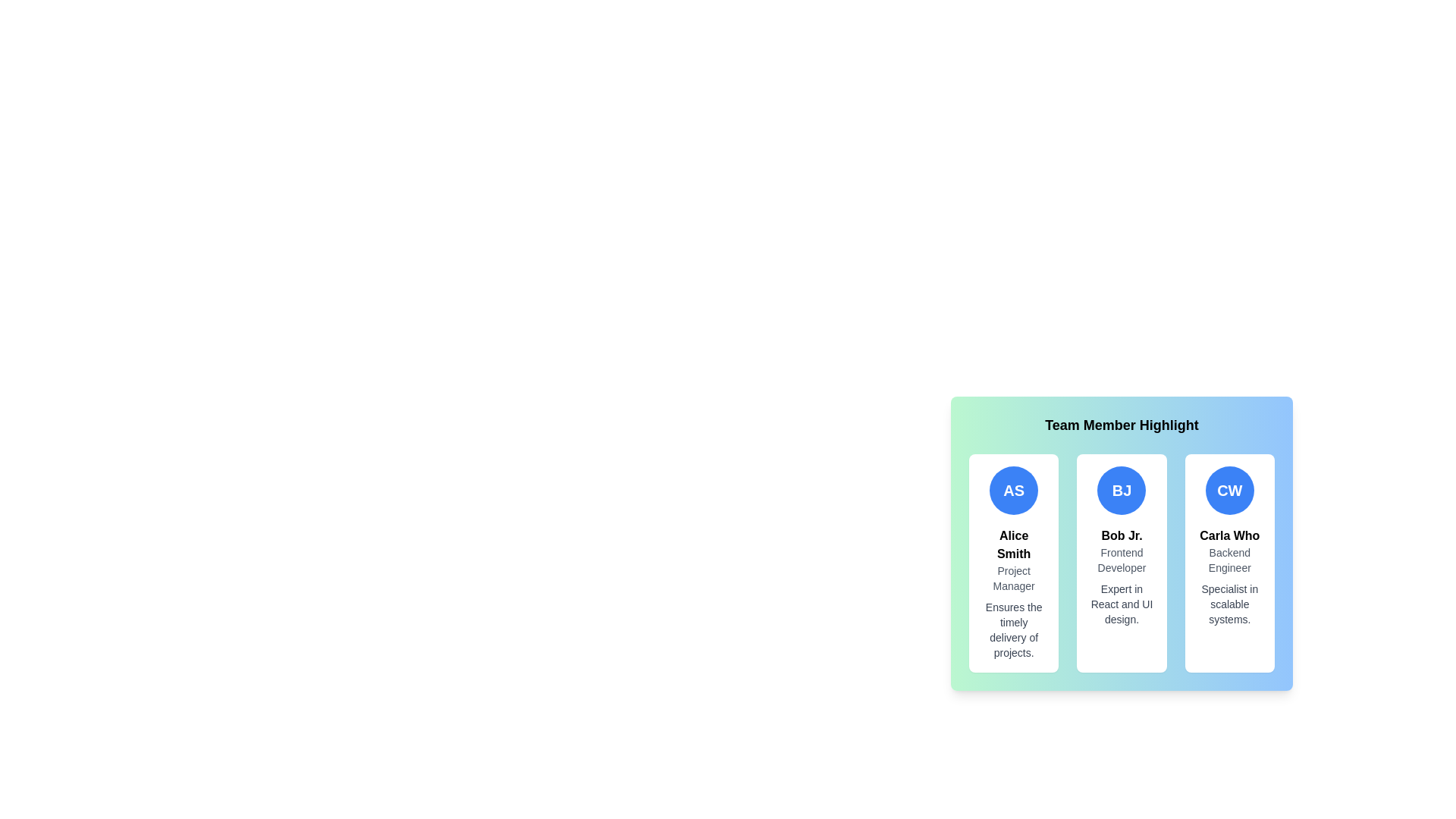 The width and height of the screenshot is (1456, 819). What do you see at coordinates (1014, 491) in the screenshot?
I see `the Avatar or User Initial Identifier located at the top of the leftmost card, which visually represents a user's initials when a profile picture is unavailable` at bounding box center [1014, 491].